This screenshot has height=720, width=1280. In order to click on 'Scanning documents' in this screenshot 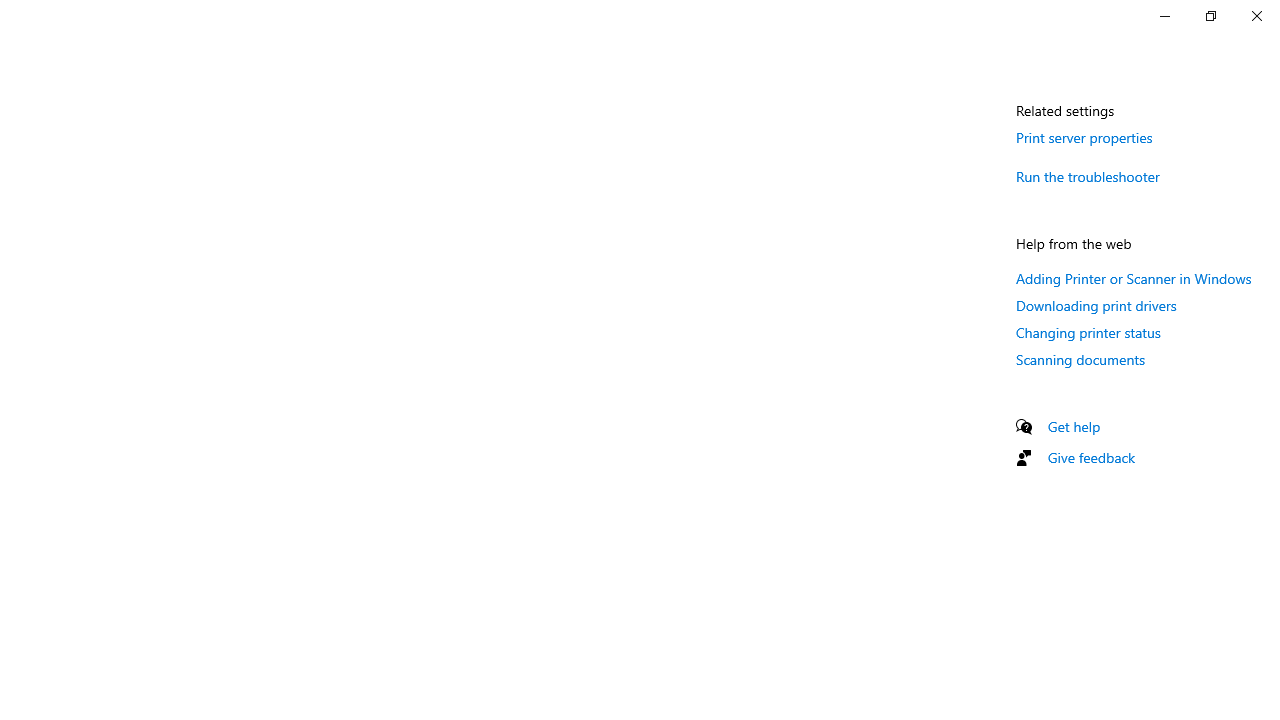, I will do `click(1079, 358)`.